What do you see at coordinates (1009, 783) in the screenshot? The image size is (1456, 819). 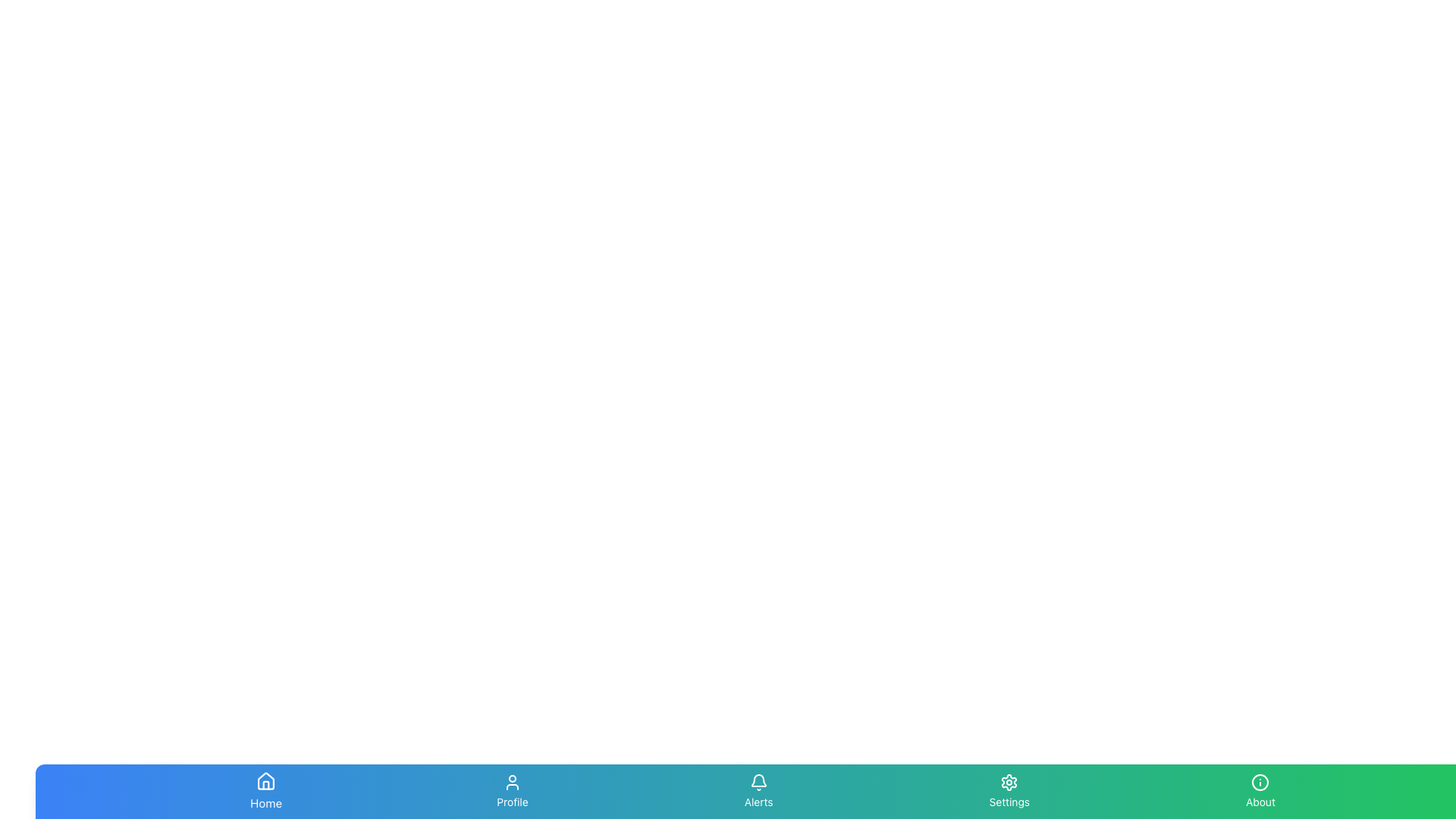 I see `the settings icon located in the bottom navigation bar, which is between the 'Alerts' and 'About' buttons` at bounding box center [1009, 783].